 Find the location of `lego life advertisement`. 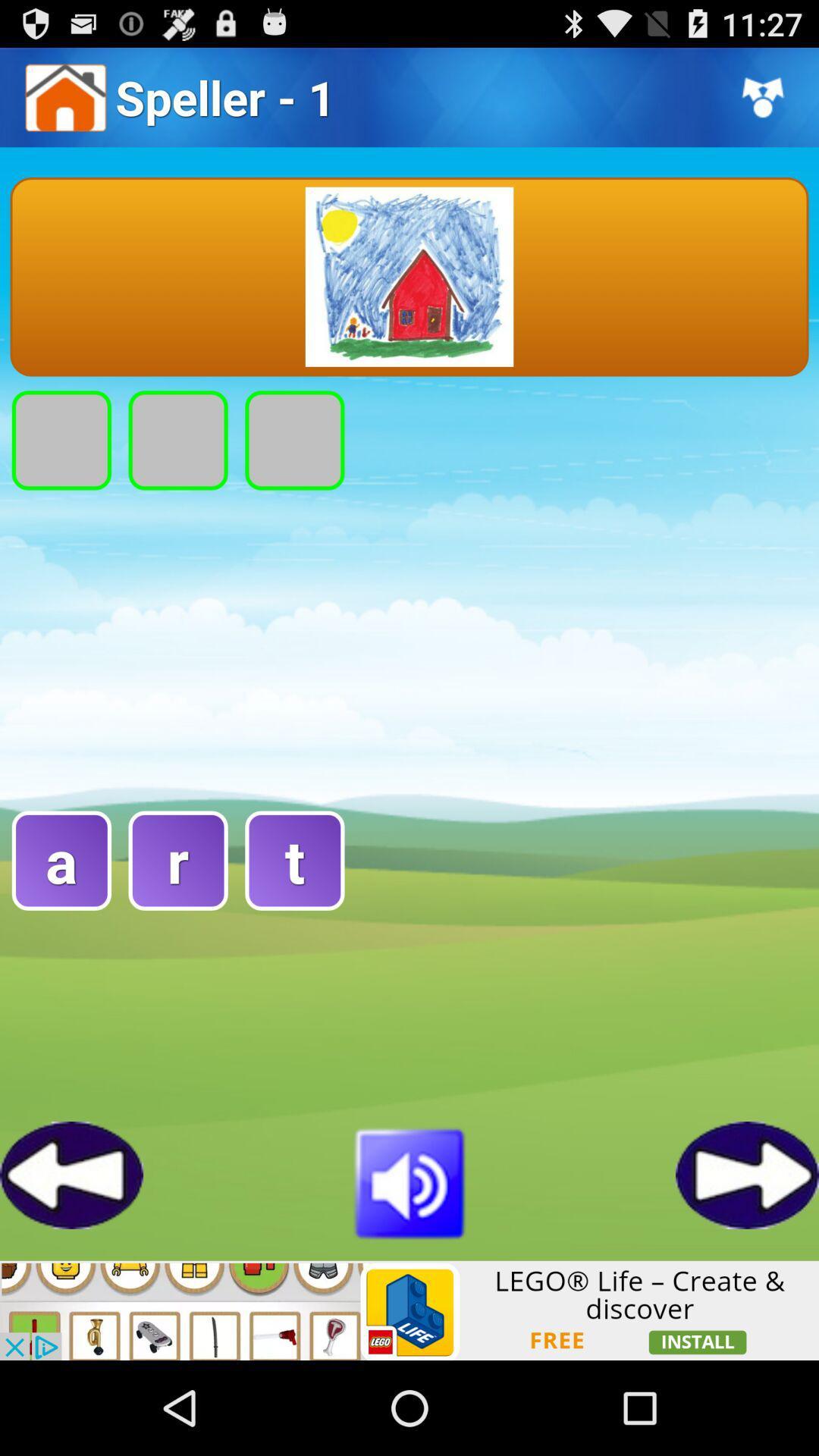

lego life advertisement is located at coordinates (409, 1310).